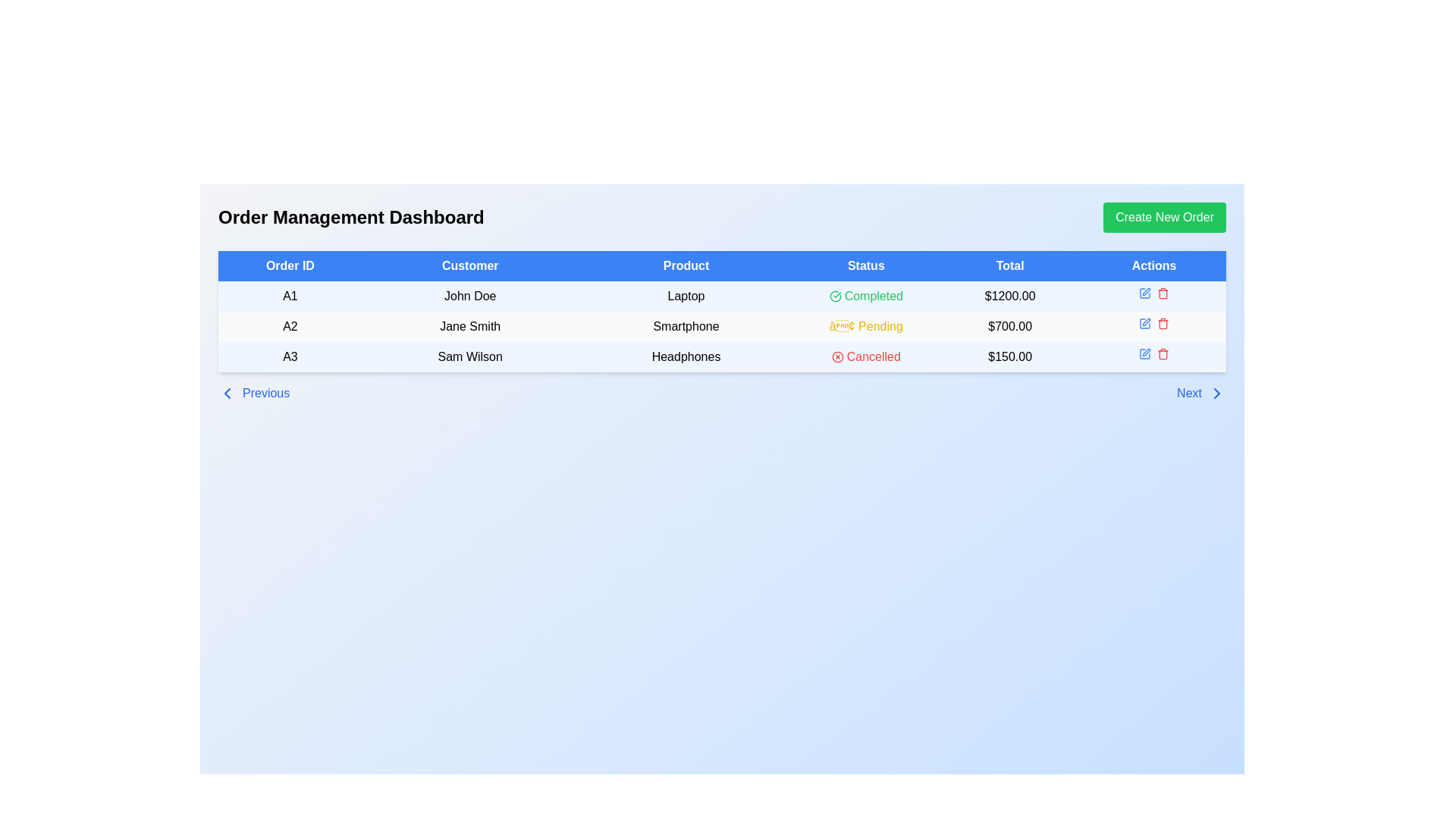 This screenshot has width=1456, height=819. I want to click on the Text label displaying the name of the customer associated with the order in the 'Customer' column of the third row of the table, so click(469, 356).